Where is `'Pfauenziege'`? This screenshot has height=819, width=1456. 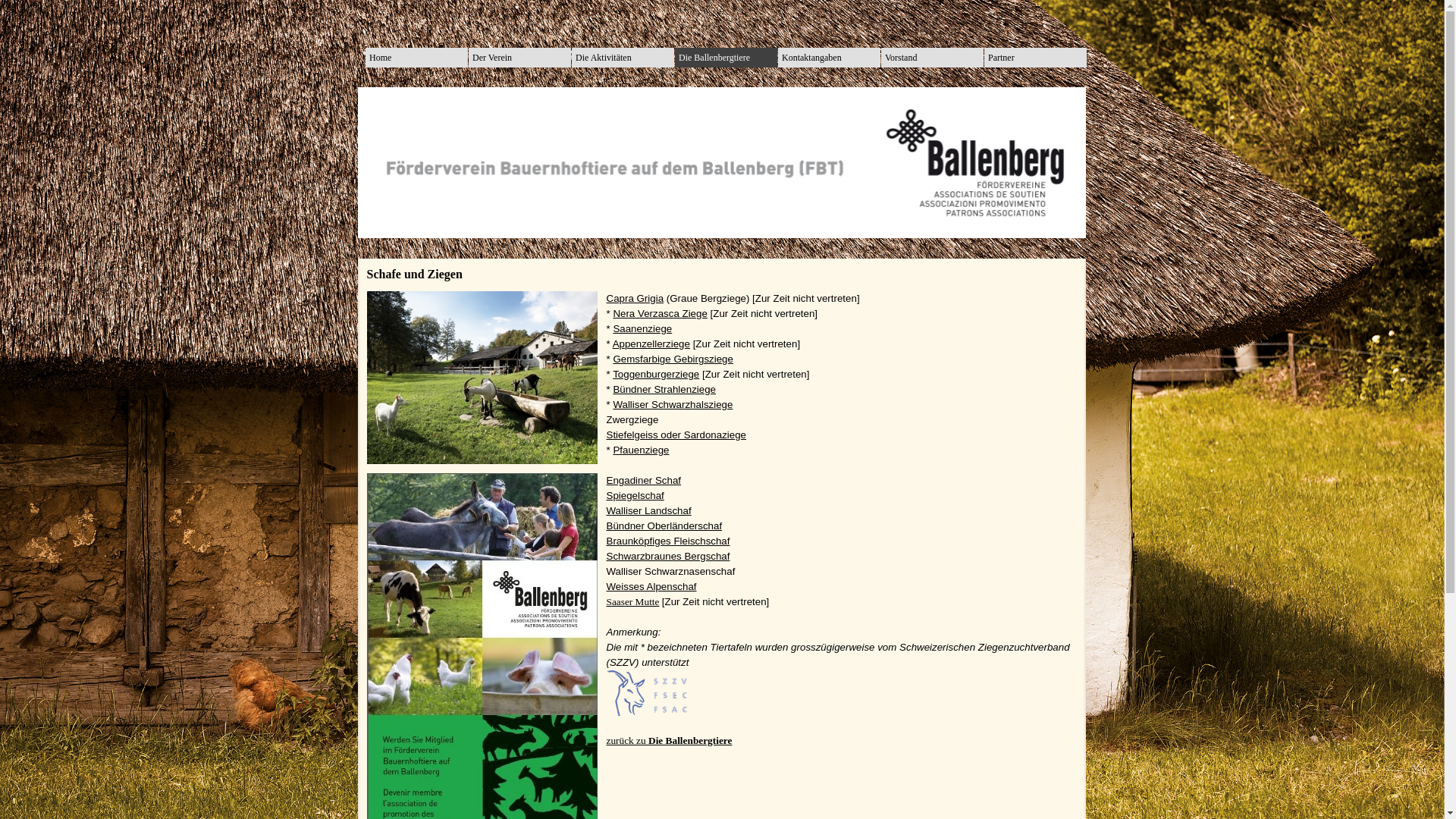
'Pfauenziege' is located at coordinates (640, 449).